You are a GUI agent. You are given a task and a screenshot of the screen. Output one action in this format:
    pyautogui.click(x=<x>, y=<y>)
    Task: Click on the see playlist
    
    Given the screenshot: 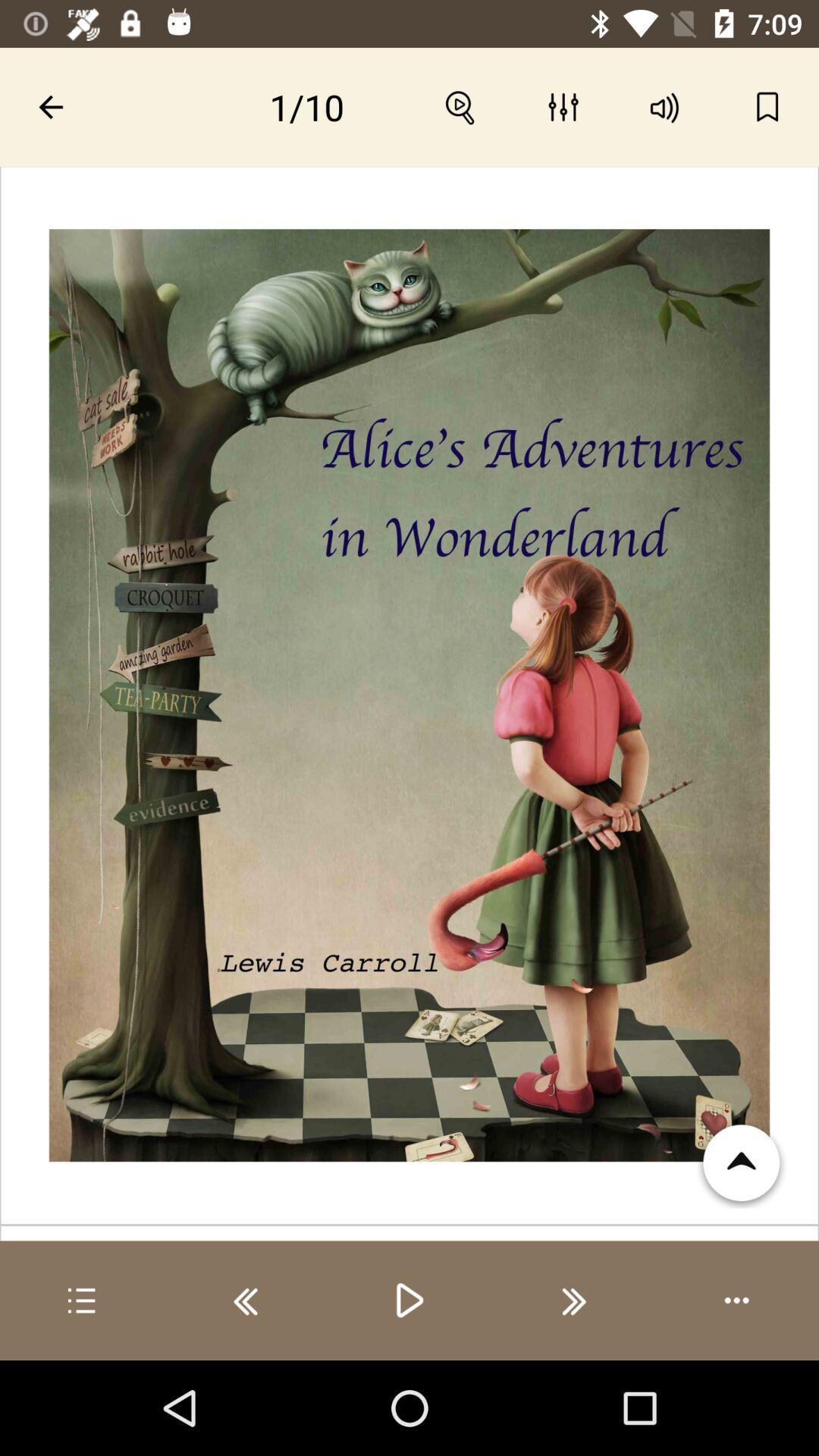 What is the action you would take?
    pyautogui.click(x=82, y=1300)
    